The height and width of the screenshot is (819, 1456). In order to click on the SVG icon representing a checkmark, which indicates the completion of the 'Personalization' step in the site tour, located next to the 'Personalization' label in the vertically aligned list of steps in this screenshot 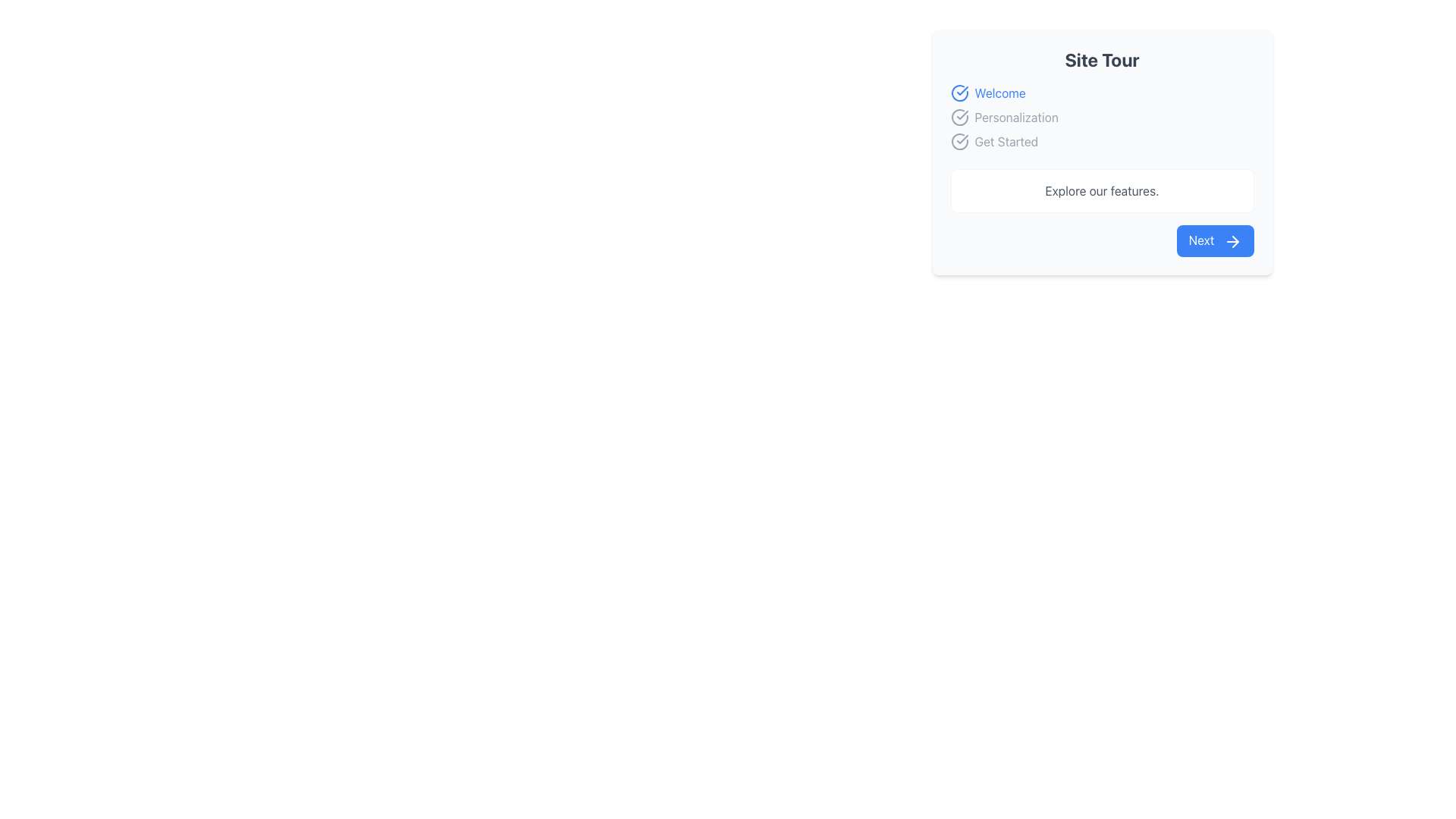, I will do `click(961, 114)`.